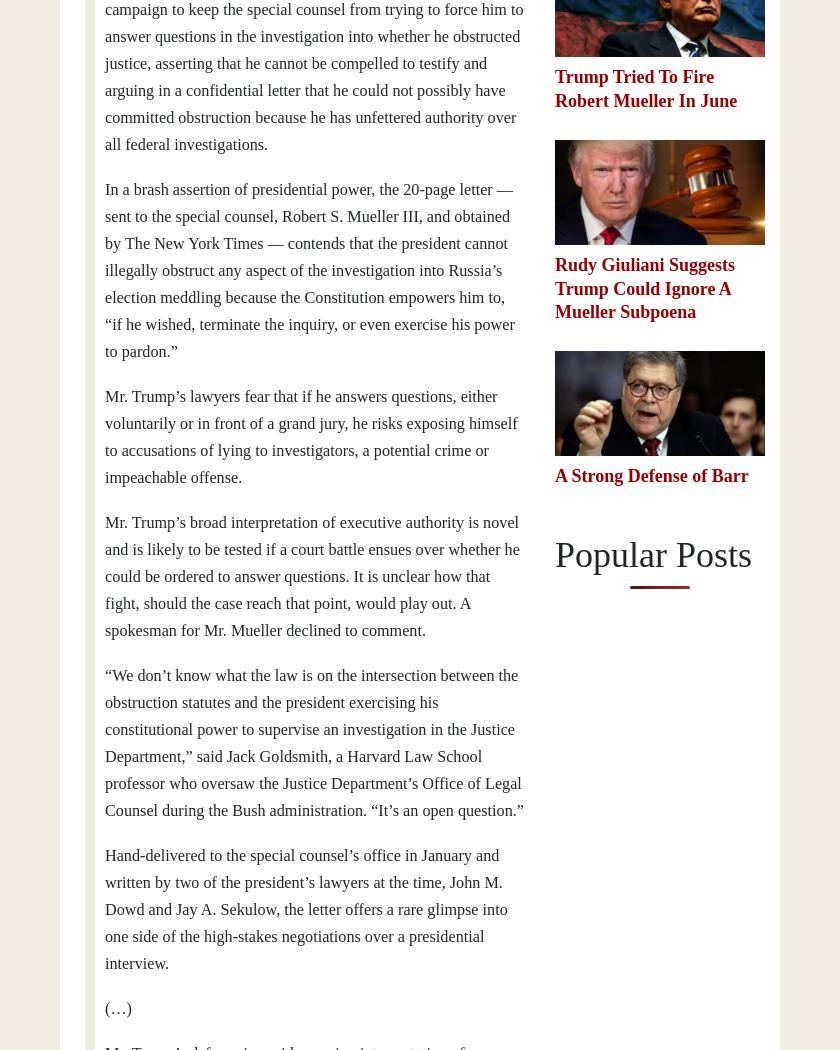  Describe the element at coordinates (309, 270) in the screenshot. I see `'In a brash assertion of presidential power, the 20-page letter — sent to the special counsel, Robert S. Mueller III, and obtained by The New York Times — contends that the president cannot illegally obstruct any aspect of the investigation into Russia’s election meddling because the Constitution empowers him to, “if he wished, terminate the inquiry, or even exercise his power to pardon.”'` at that location.